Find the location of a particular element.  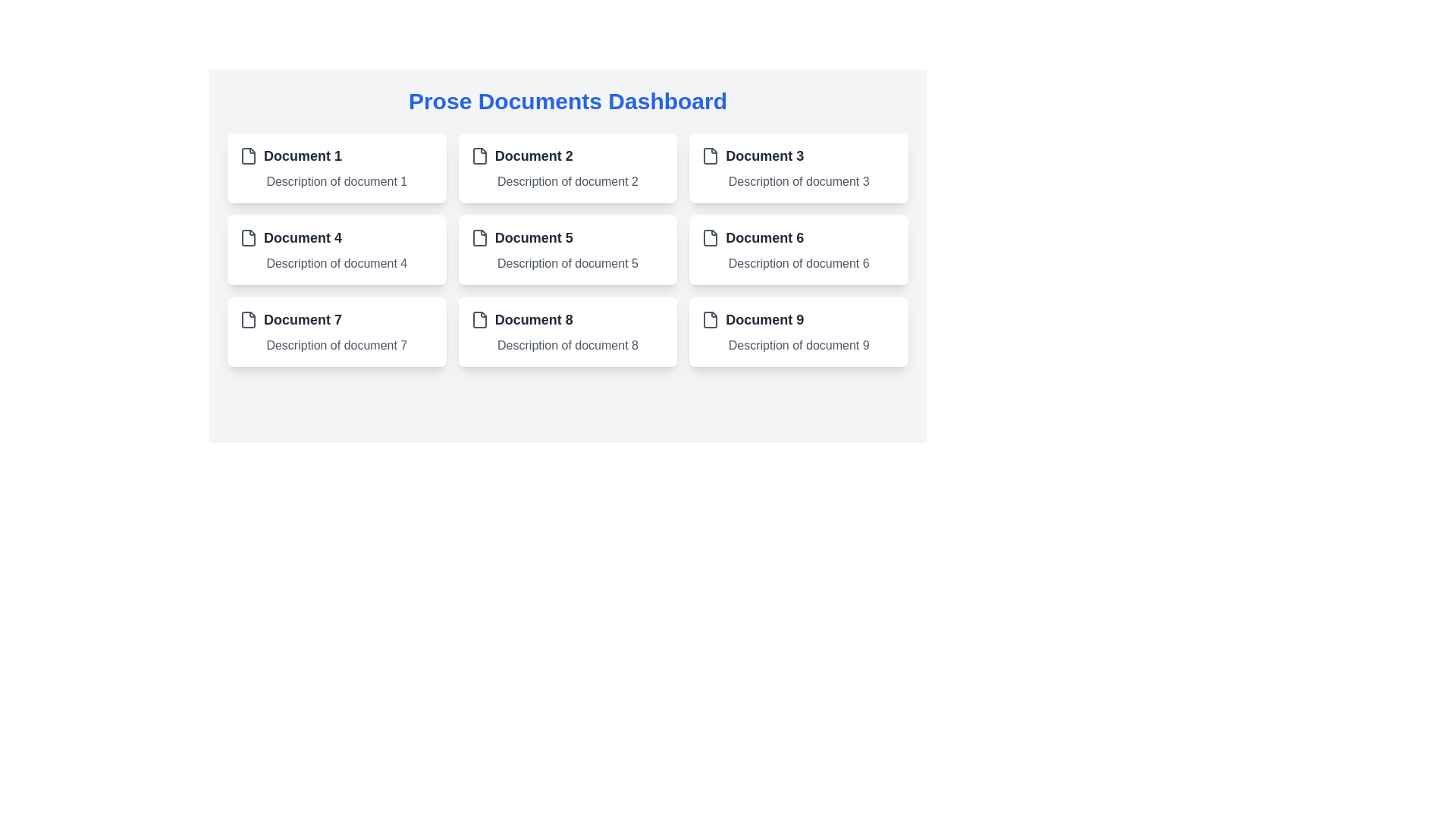

title text 'Document 1' displayed in bold within the first card of the grid layout is located at coordinates (303, 155).